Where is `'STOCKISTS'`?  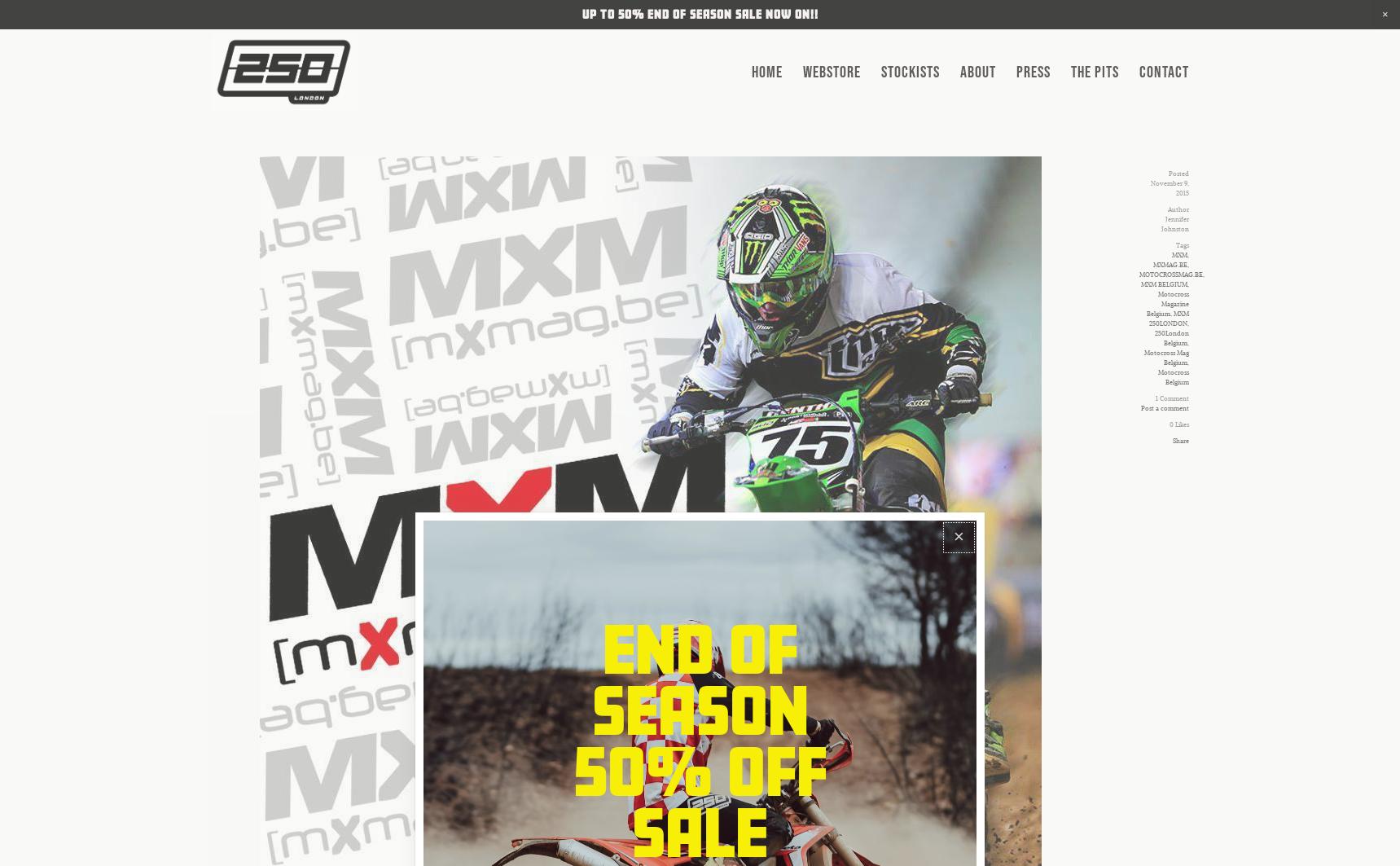
'STOCKISTS' is located at coordinates (909, 72).